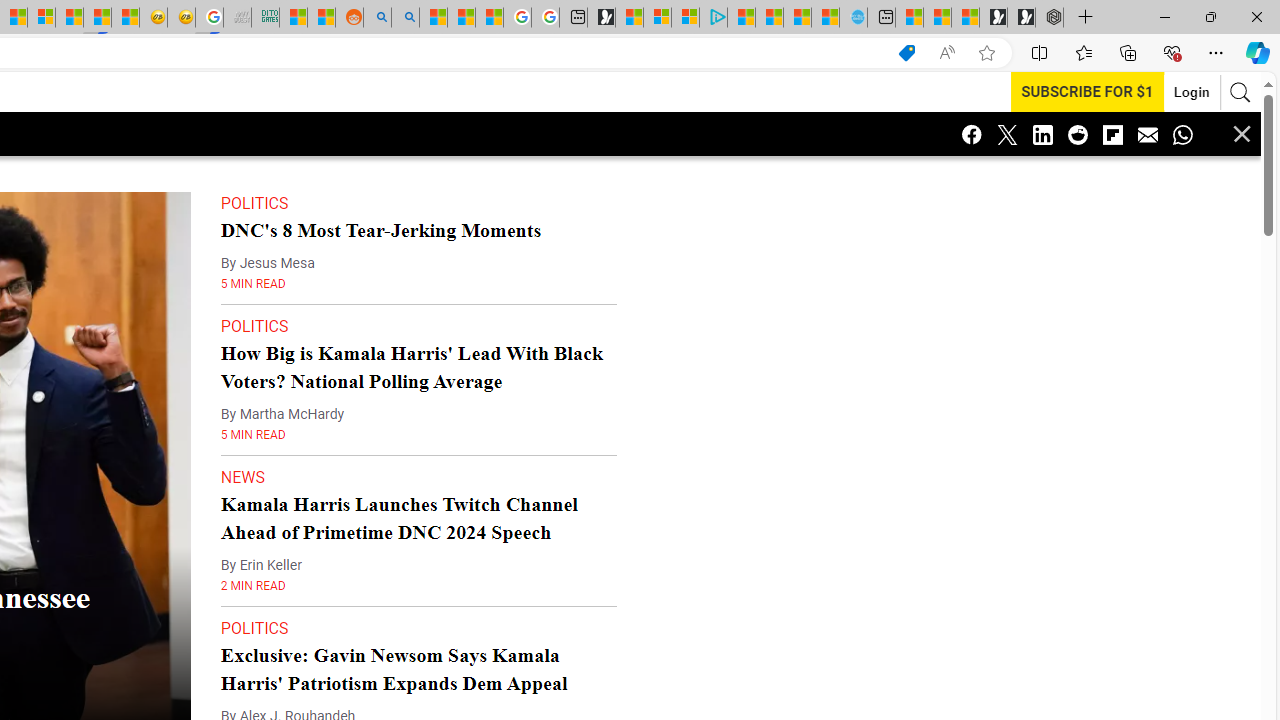 This screenshot has width=1280, height=720. Describe the element at coordinates (96, 17) in the screenshot. I see `'MSN'` at that location.